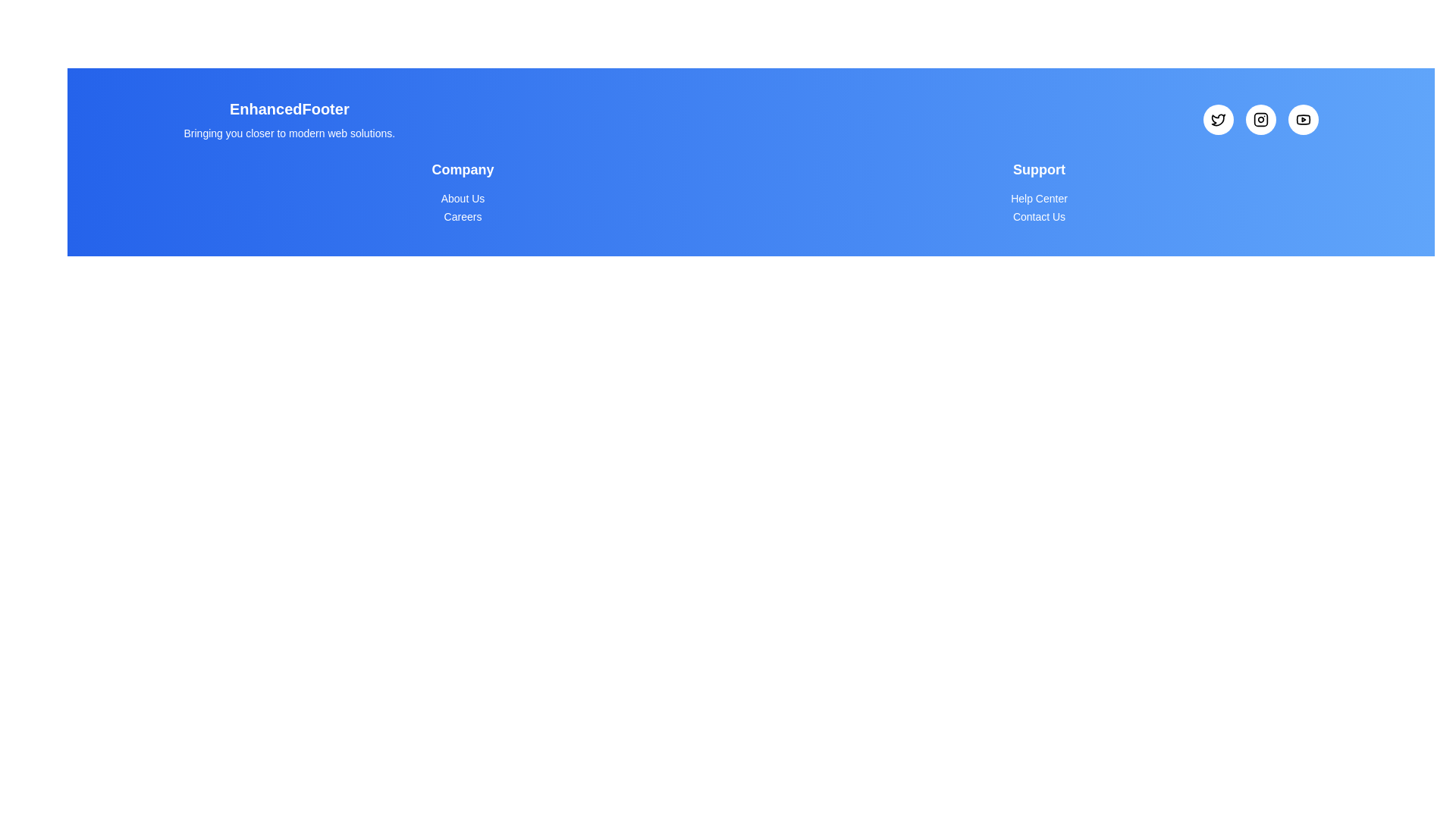  Describe the element at coordinates (462, 198) in the screenshot. I see `the 'About Us' hyperlink located in the footer section under the heading 'Company' to visualize any hover effects` at that location.